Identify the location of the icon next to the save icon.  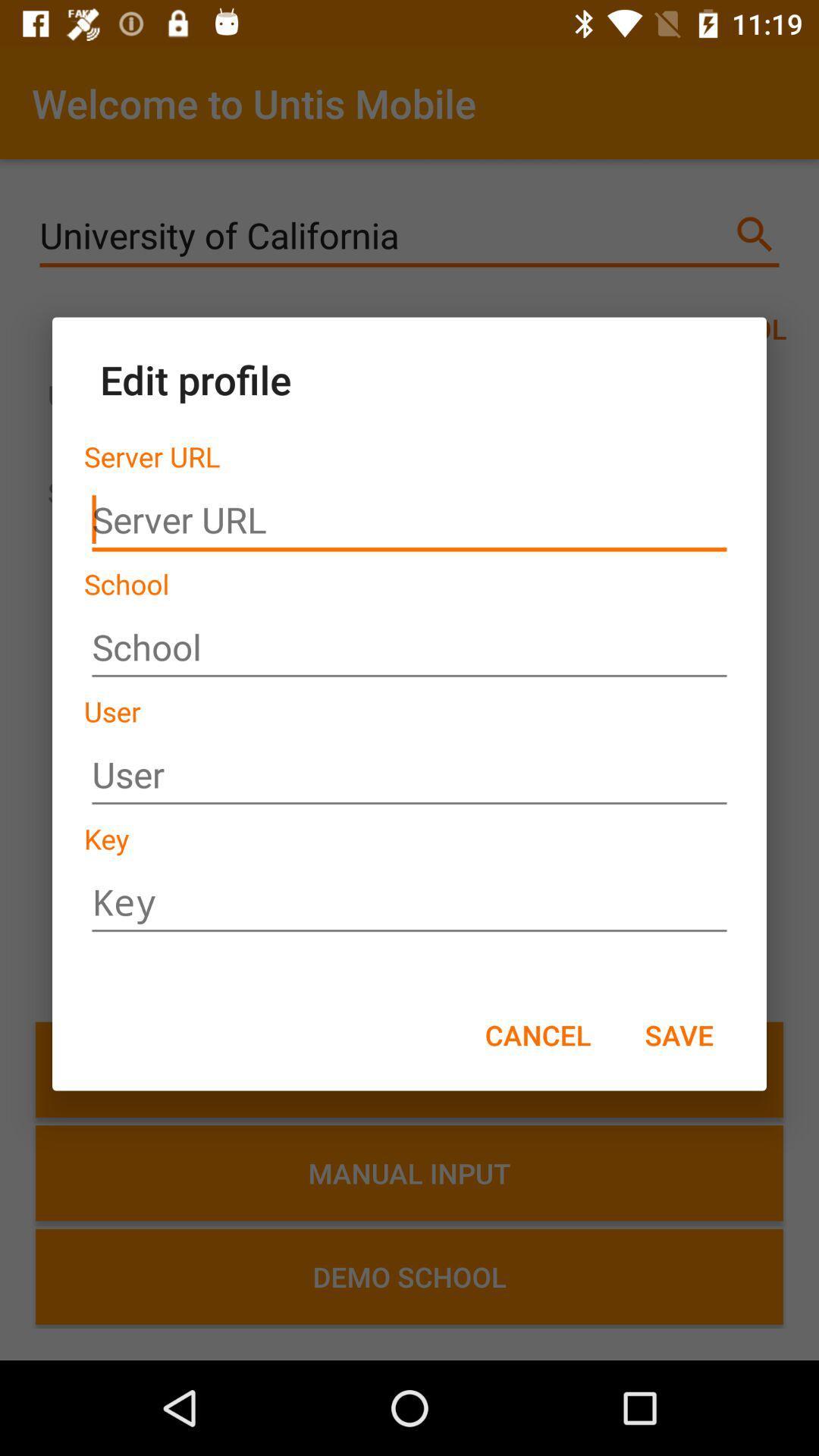
(537, 1034).